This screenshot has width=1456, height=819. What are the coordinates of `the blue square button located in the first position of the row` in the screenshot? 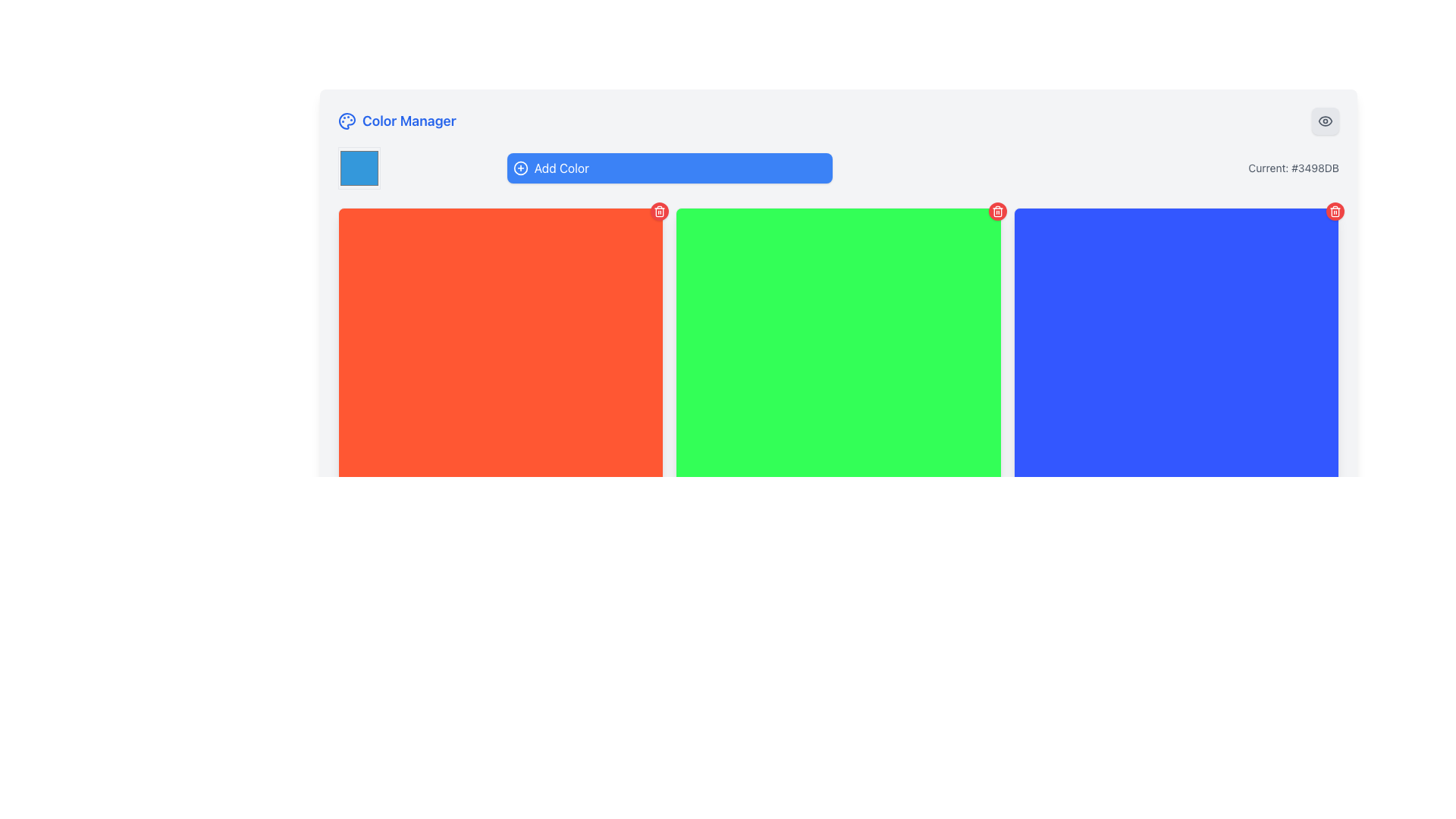 It's located at (359, 168).